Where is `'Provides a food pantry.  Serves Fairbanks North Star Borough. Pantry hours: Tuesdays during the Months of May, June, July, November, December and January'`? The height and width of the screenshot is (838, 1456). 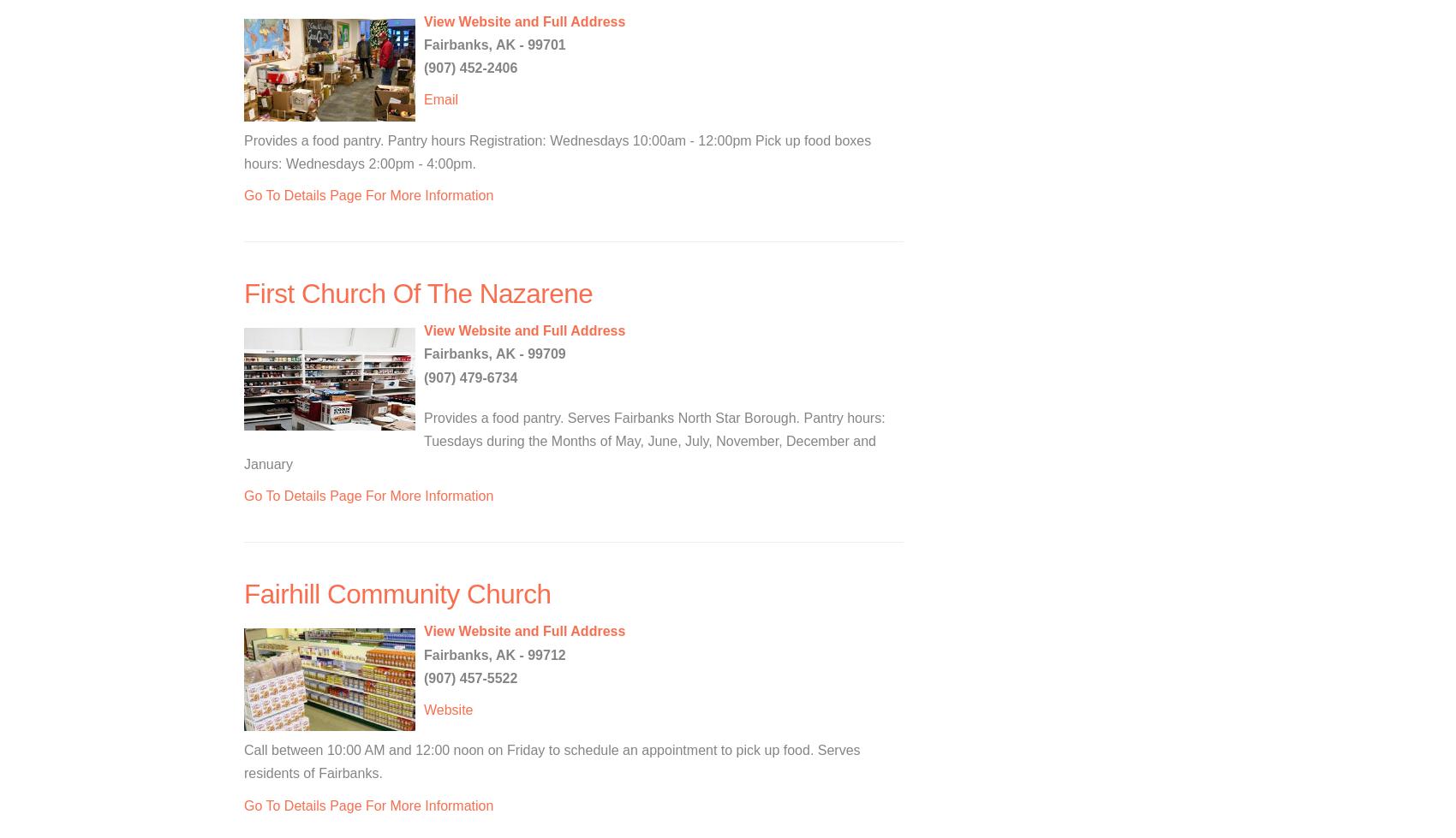 'Provides a food pantry.  Serves Fairbanks North Star Borough. Pantry hours: Tuesdays during the Months of May, June, July, November, December and January' is located at coordinates (564, 439).